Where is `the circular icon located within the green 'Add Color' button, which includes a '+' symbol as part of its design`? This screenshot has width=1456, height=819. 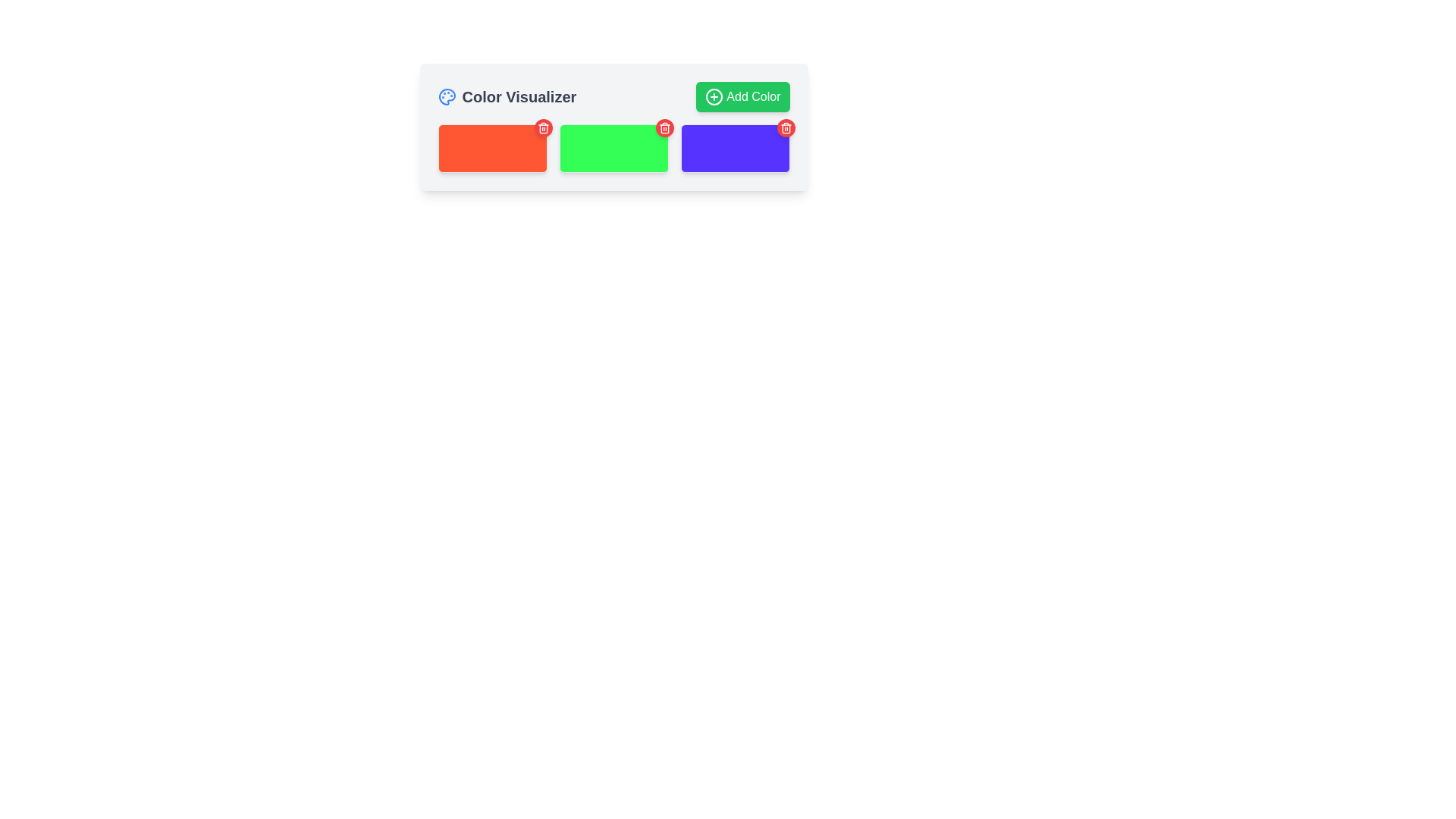 the circular icon located within the green 'Add Color' button, which includes a '+' symbol as part of its design is located at coordinates (714, 96).